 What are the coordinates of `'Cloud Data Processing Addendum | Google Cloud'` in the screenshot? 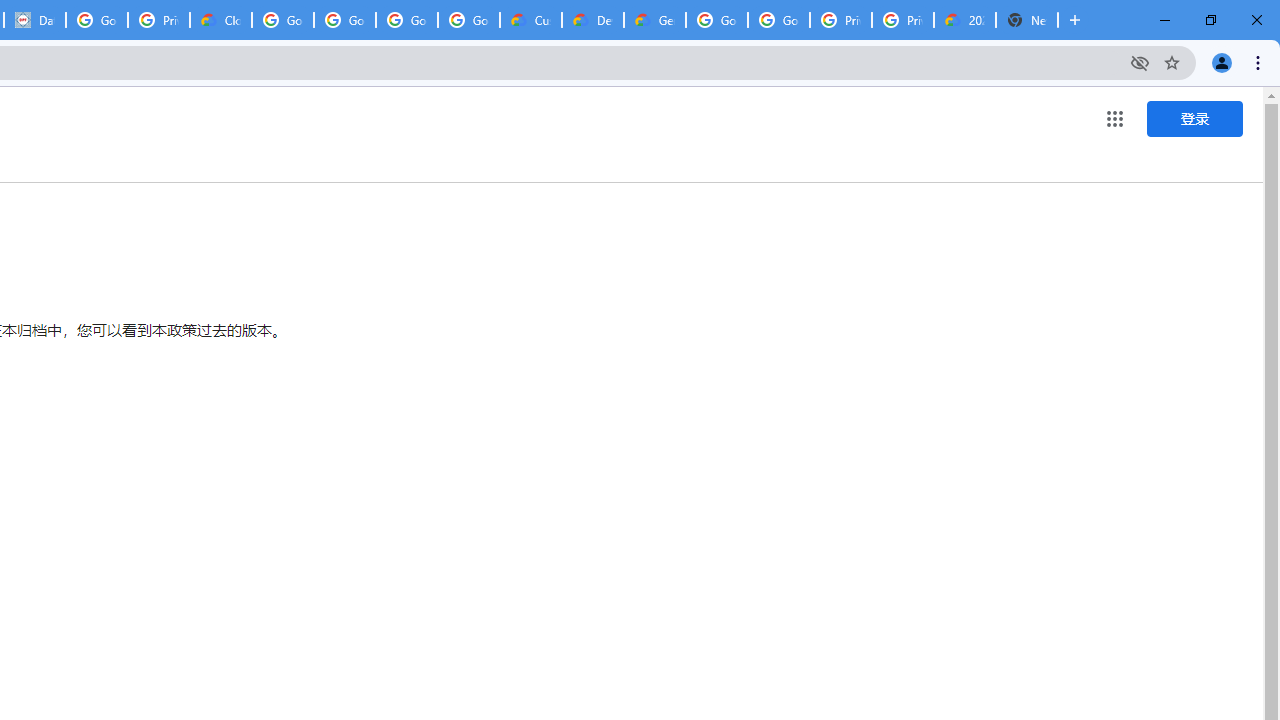 It's located at (220, 20).